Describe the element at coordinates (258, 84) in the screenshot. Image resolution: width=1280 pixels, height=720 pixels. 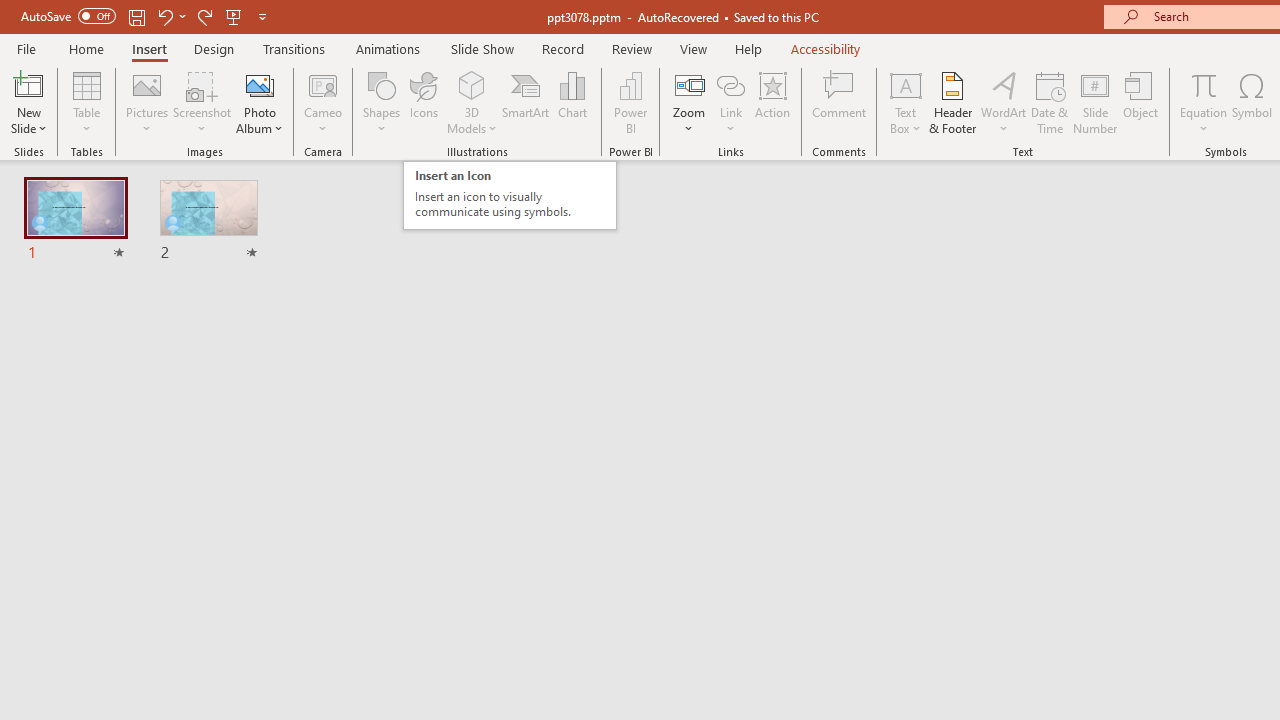
I see `'New Photo Album...'` at that location.